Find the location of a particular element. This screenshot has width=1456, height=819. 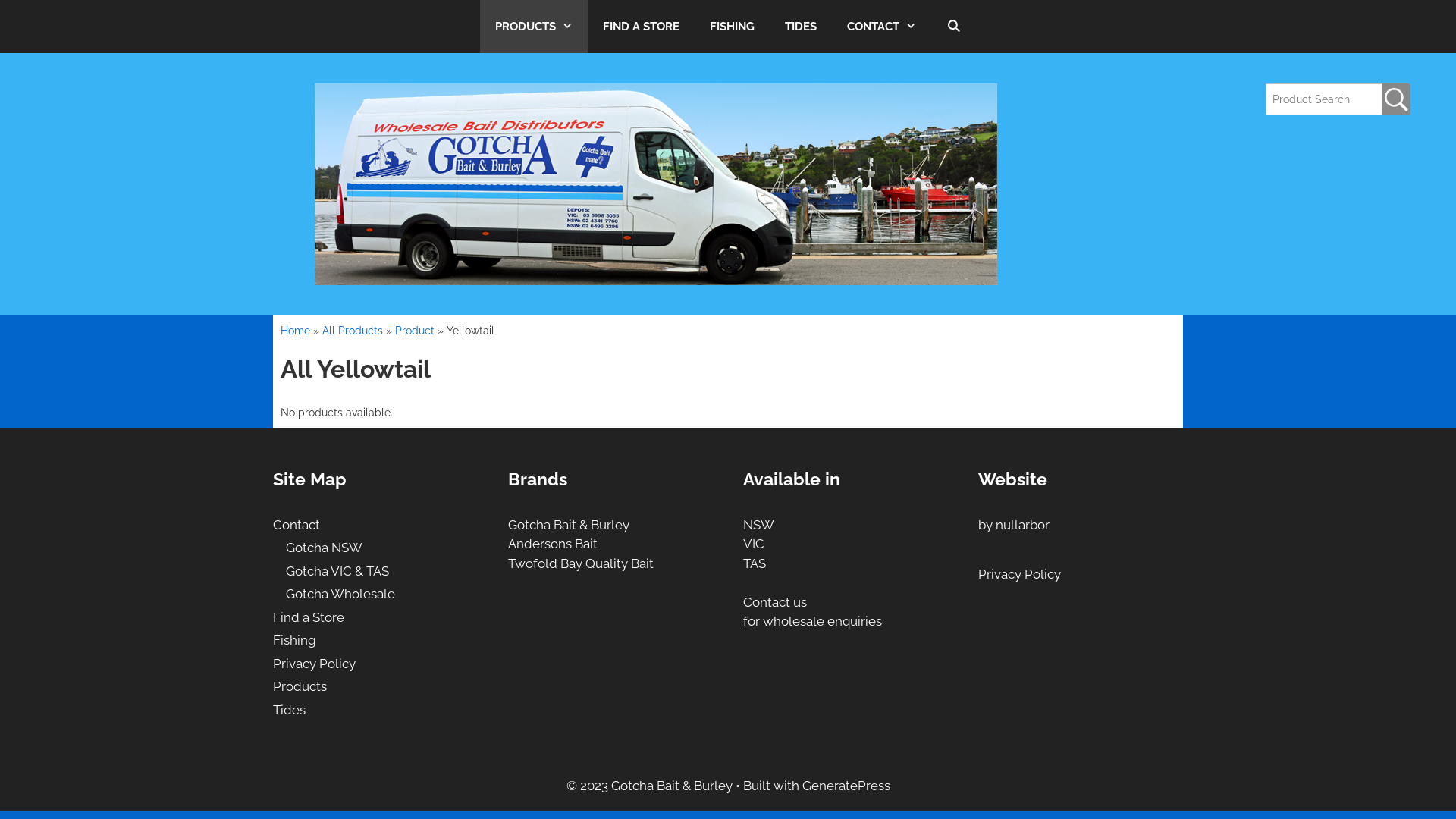

'Find a Store' is located at coordinates (273, 617).